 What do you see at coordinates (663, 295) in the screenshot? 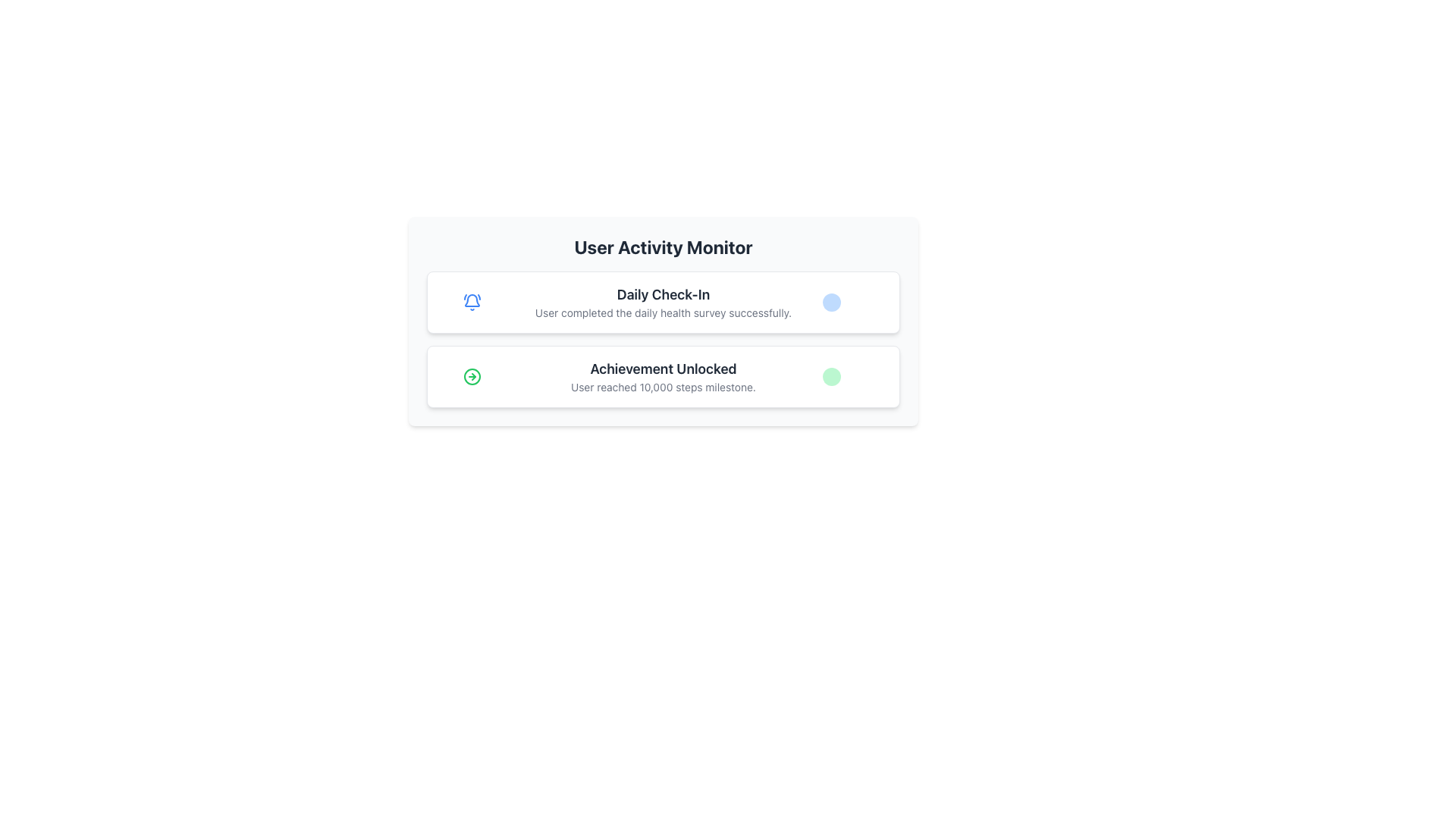
I see `text label that serves as the header for the daily check-in summary, which is centrally aligned above the content indicating the user's completion of the daily health survey` at bounding box center [663, 295].